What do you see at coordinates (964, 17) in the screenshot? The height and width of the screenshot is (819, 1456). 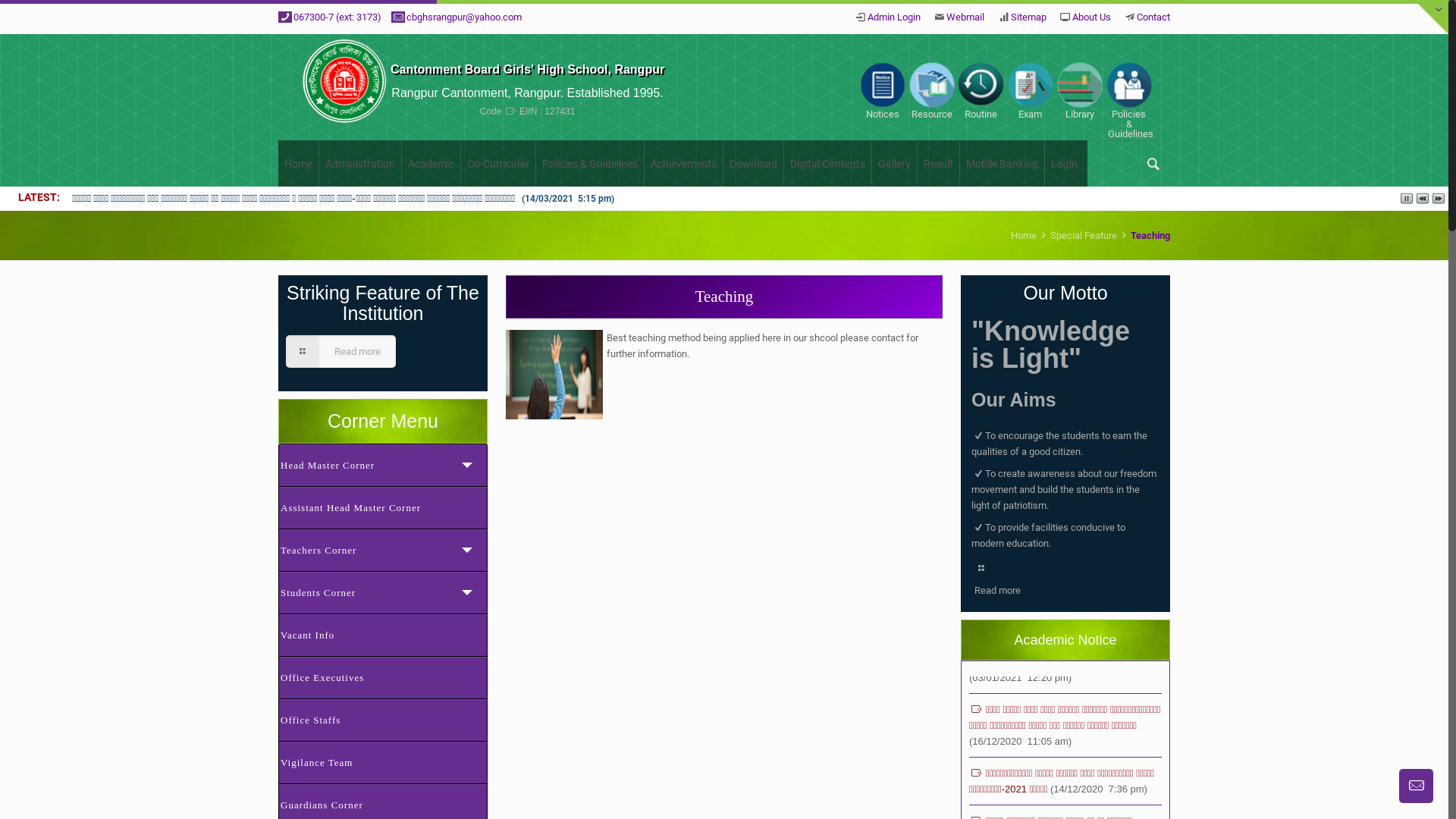 I see `'Webmail'` at bounding box center [964, 17].